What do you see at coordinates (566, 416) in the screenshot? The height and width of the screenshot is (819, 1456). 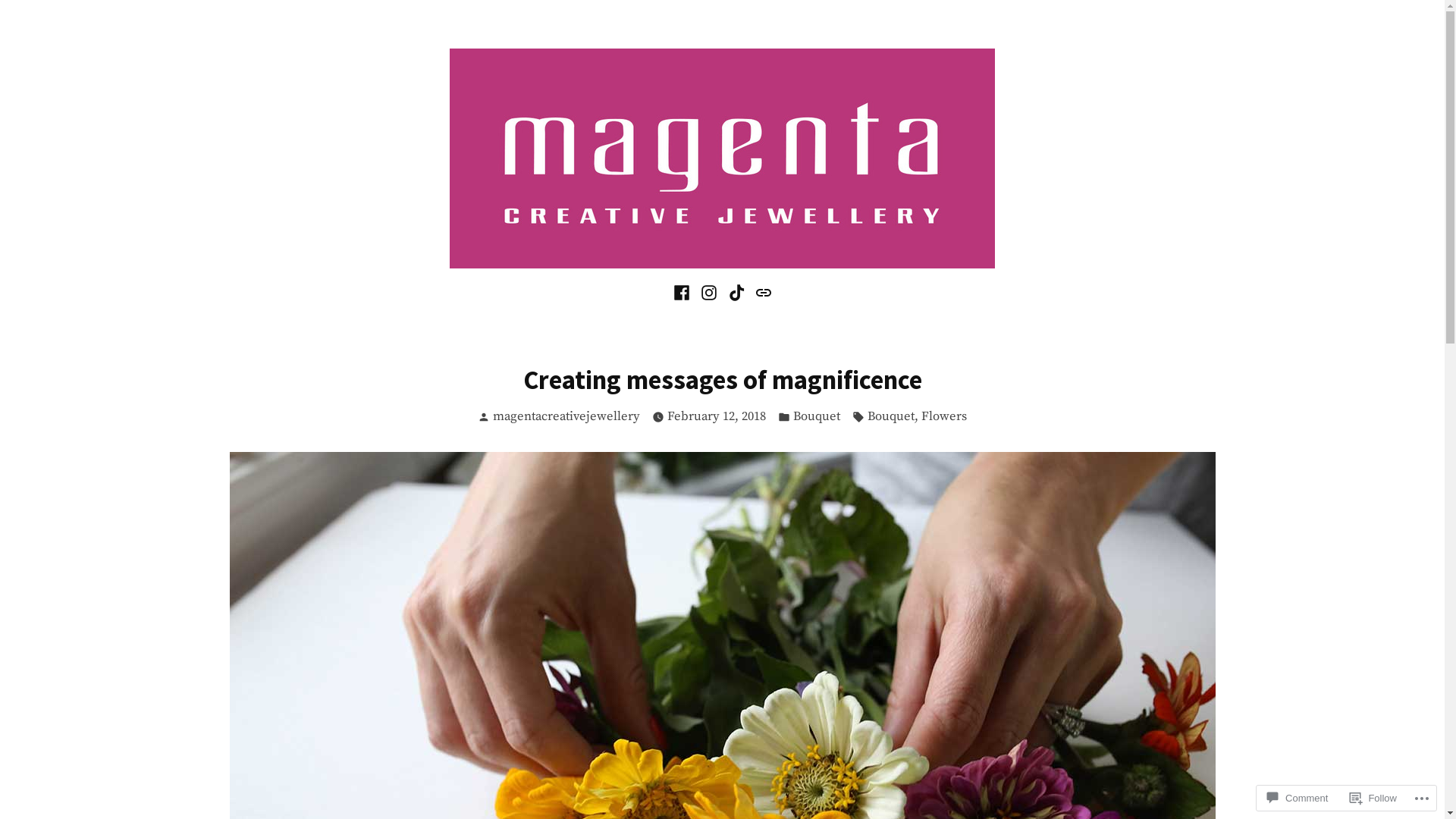 I see `'magentacreativejewellery'` at bounding box center [566, 416].